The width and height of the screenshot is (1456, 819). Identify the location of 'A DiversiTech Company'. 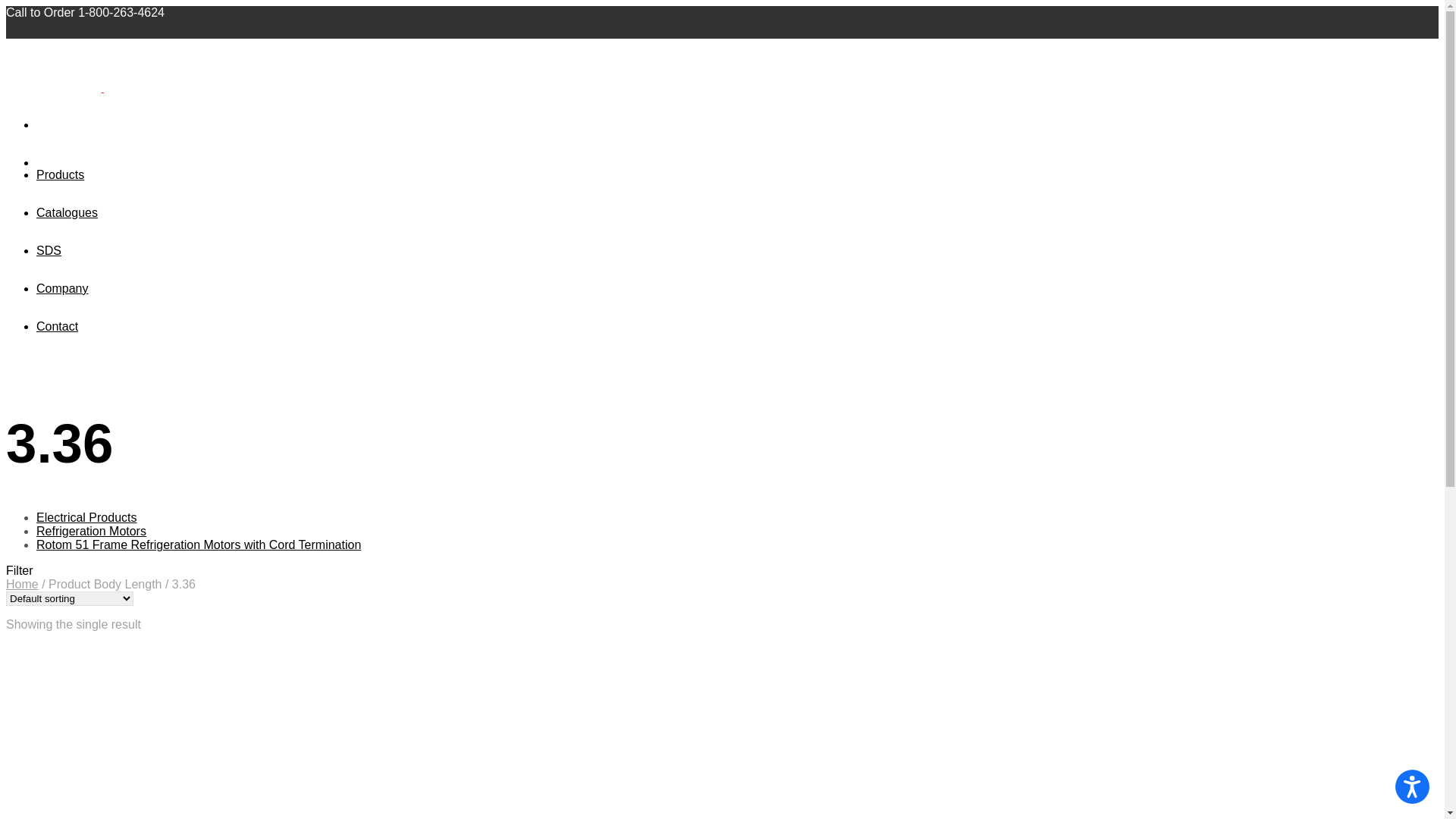
(6, 73).